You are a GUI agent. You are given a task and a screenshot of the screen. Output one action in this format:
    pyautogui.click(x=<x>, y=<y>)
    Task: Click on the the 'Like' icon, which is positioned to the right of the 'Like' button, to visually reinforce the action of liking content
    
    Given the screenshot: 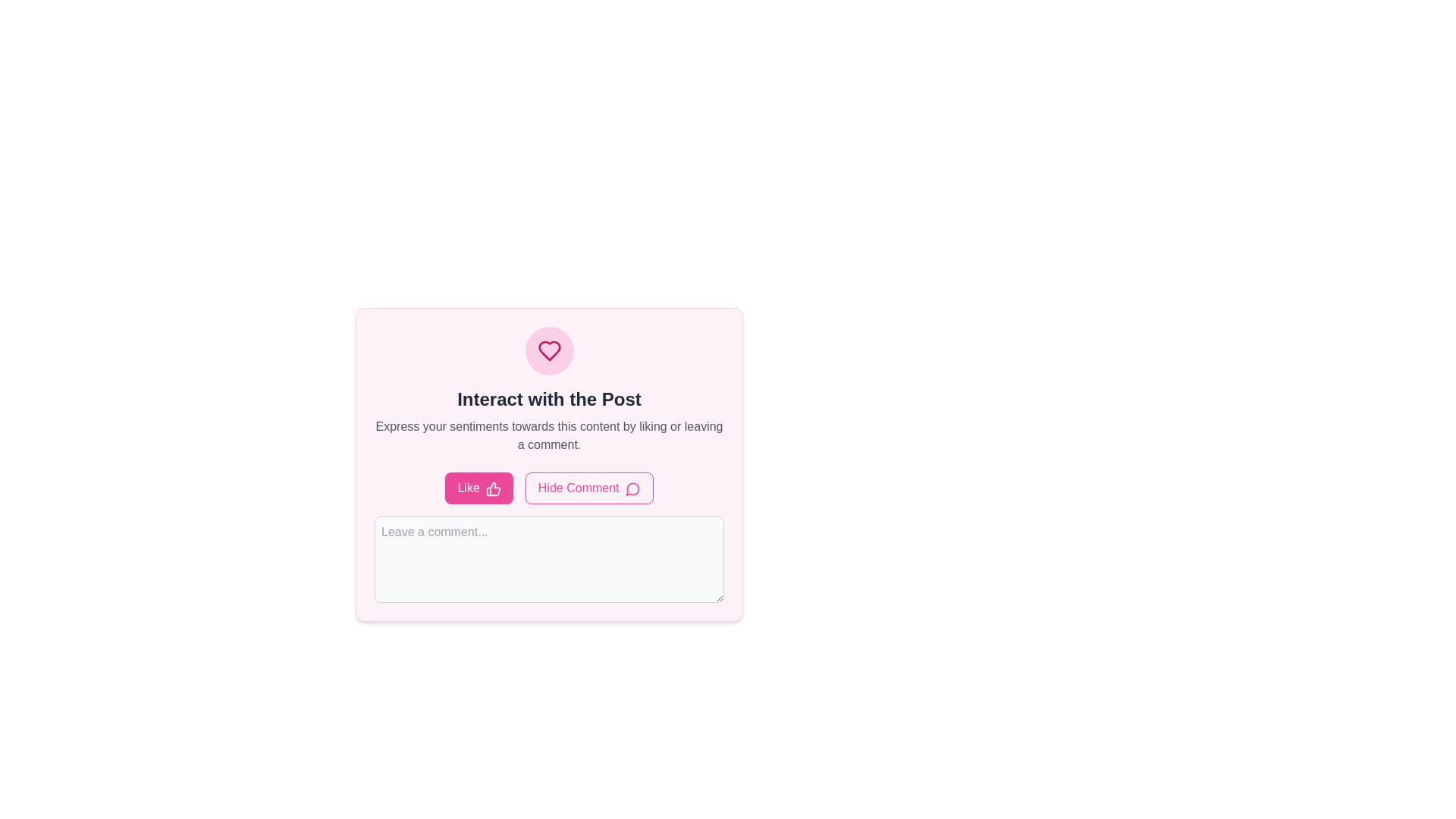 What is the action you would take?
    pyautogui.click(x=493, y=488)
    